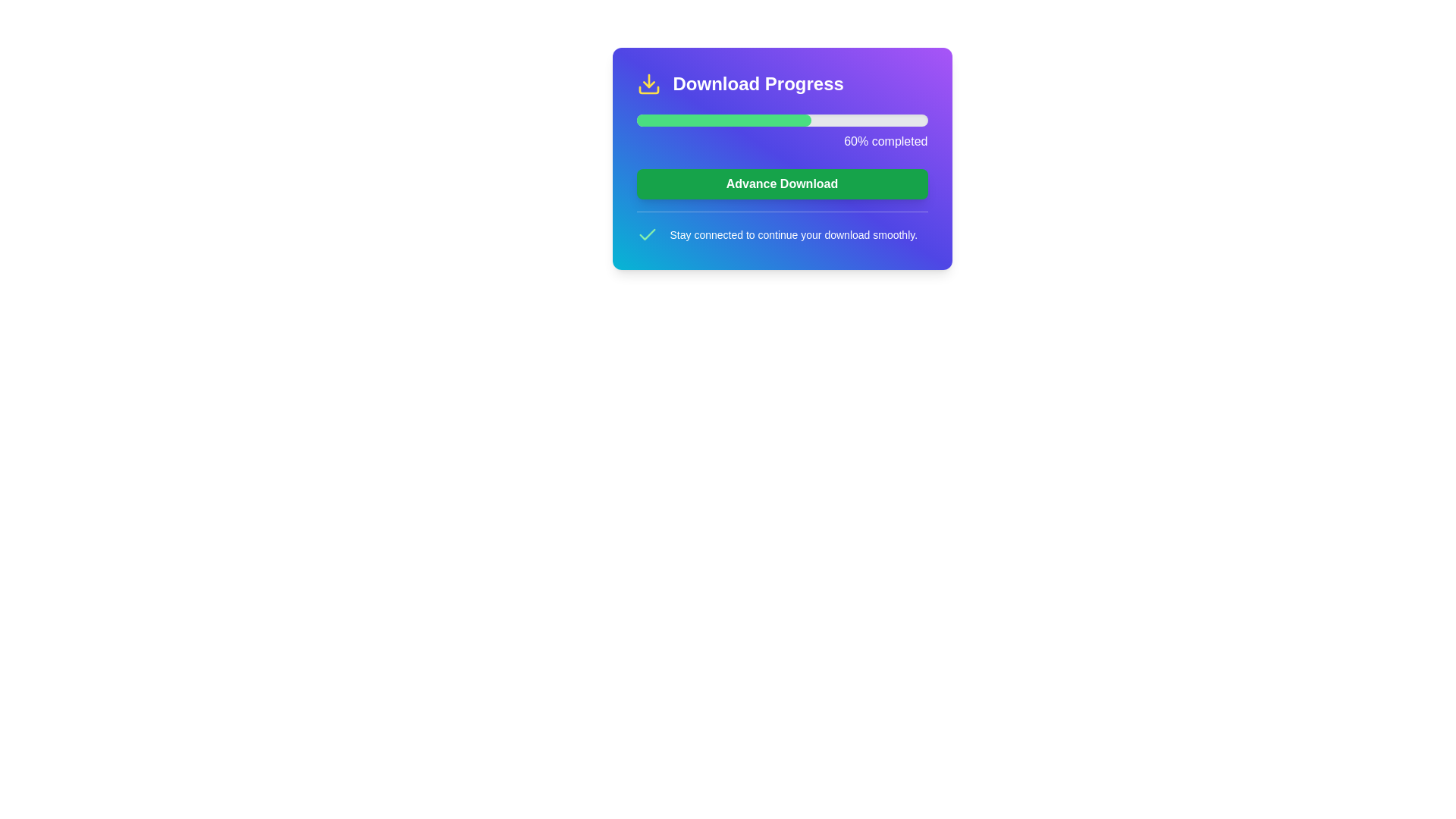 The width and height of the screenshot is (1456, 819). What do you see at coordinates (782, 228) in the screenshot?
I see `the informational text block containing the phrase 'Stay connected to continue your download smoothly' that is styled with white text on a gradient background, located just below the green 'Advance Download' button` at bounding box center [782, 228].